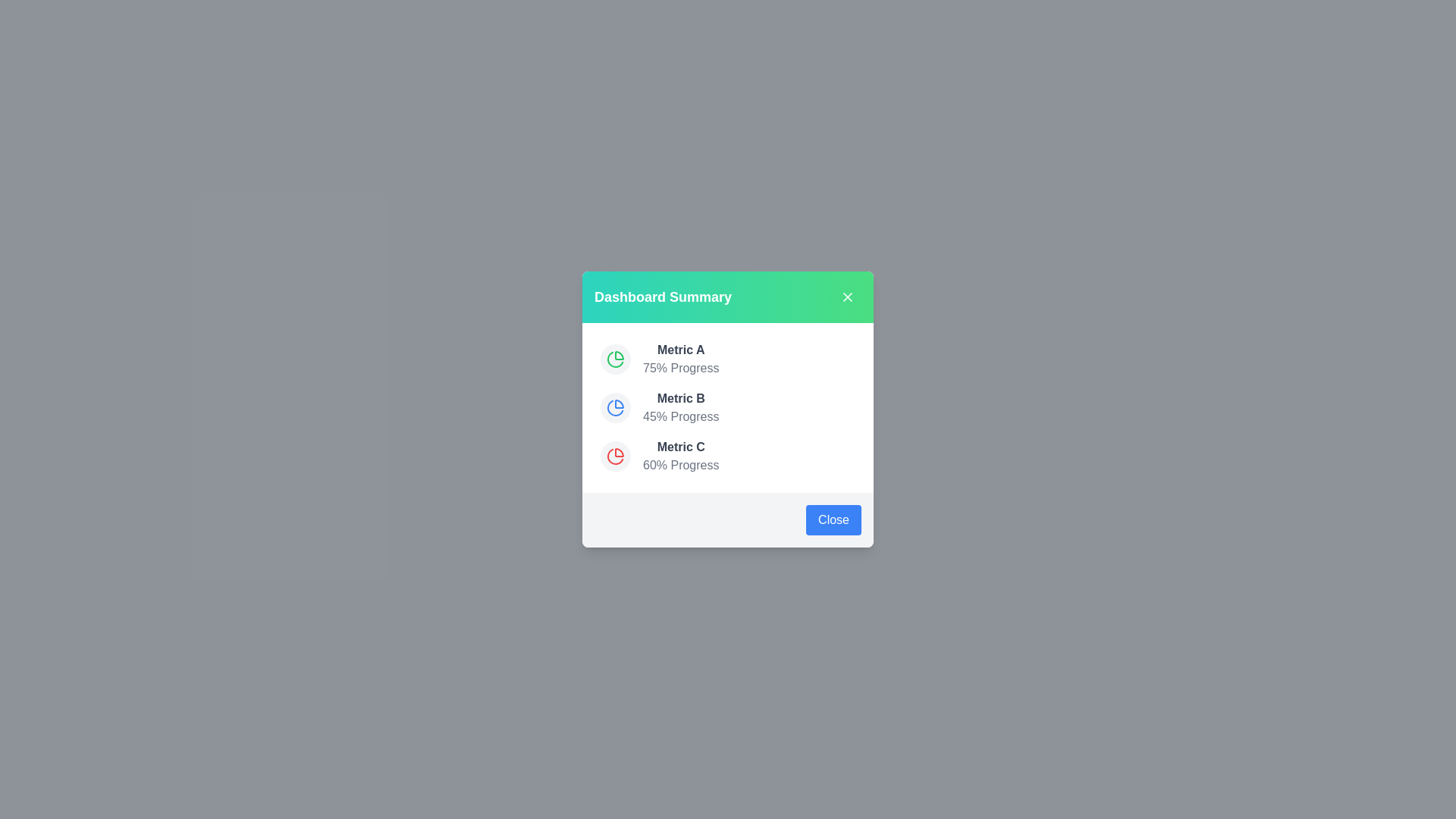 This screenshot has height=819, width=1456. Describe the element at coordinates (847, 297) in the screenshot. I see `the 'X' button in the top-right corner of the dialog to close it` at that location.